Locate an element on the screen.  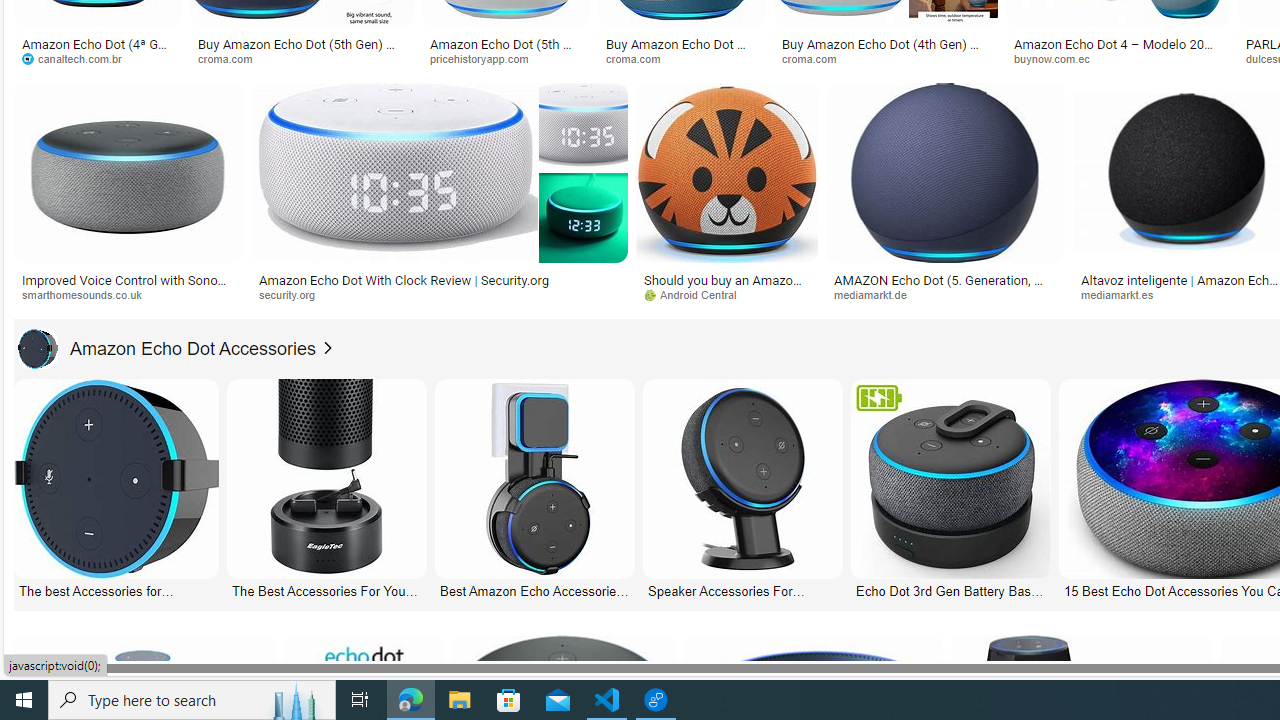
'Improved Voice Control with Sonos & Alexa Echo devices' is located at coordinates (127, 286).